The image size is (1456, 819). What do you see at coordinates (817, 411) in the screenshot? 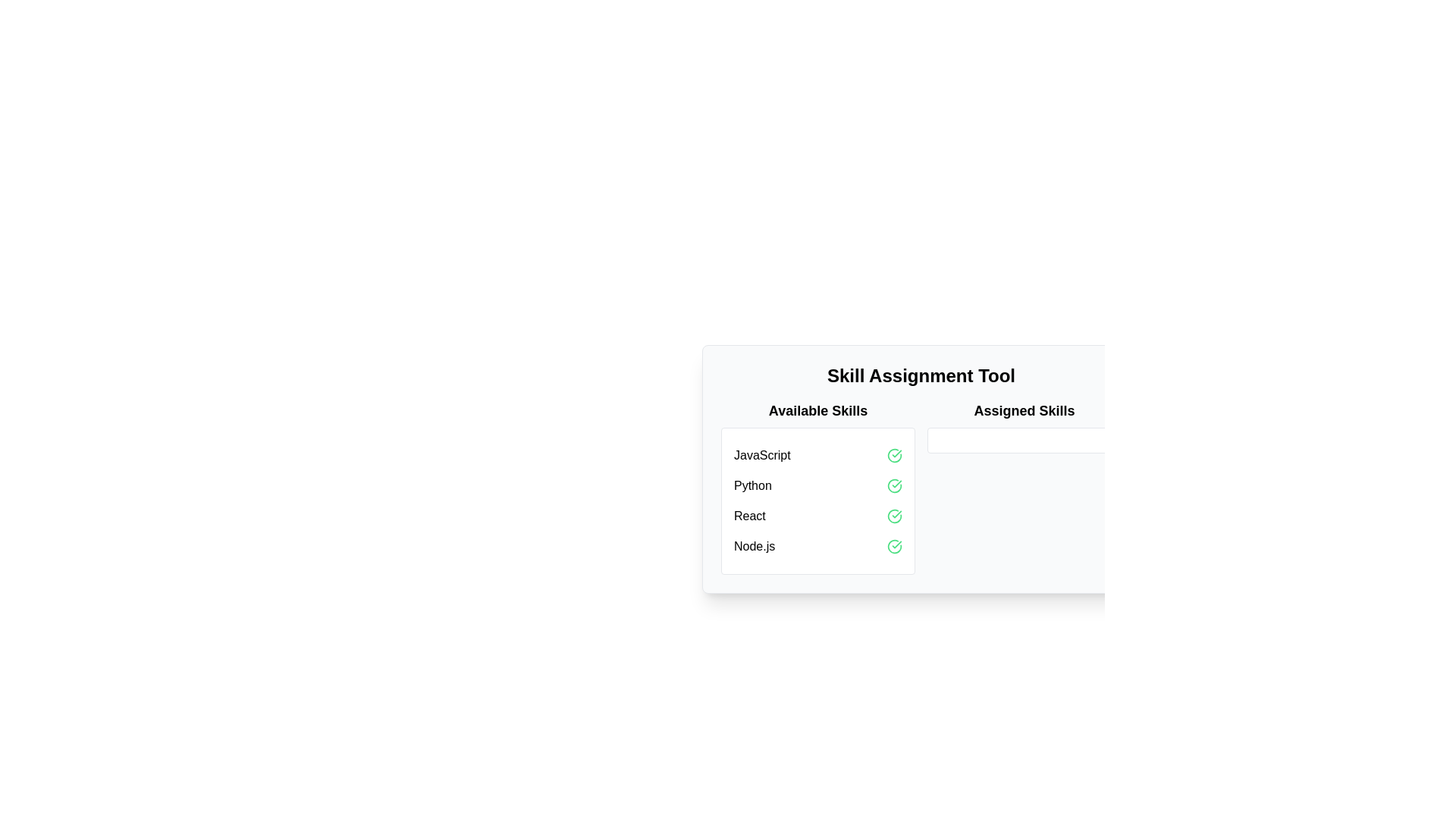
I see `the 'Available Skills' text header located at the top of the left column in the two-column layout` at bounding box center [817, 411].